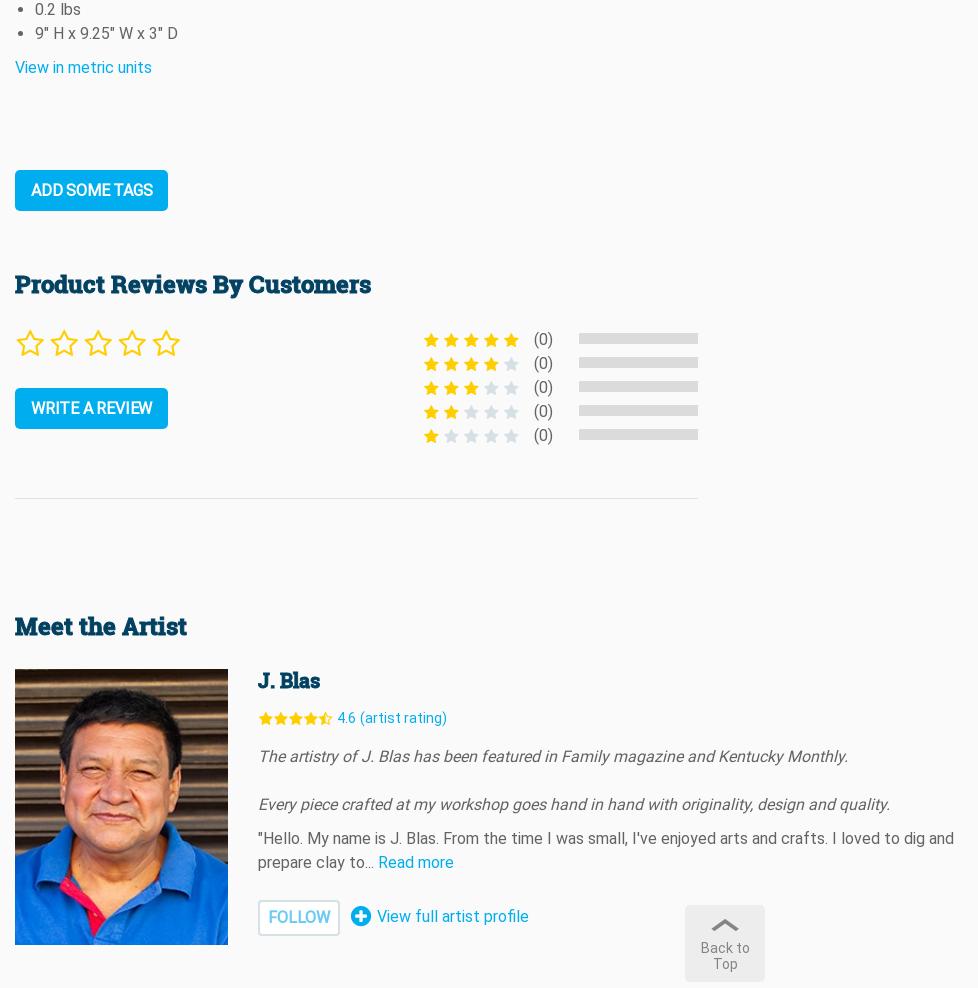 This screenshot has width=978, height=988. What do you see at coordinates (106, 31) in the screenshot?
I see `'9" H x 9.25" W x 3" D'` at bounding box center [106, 31].